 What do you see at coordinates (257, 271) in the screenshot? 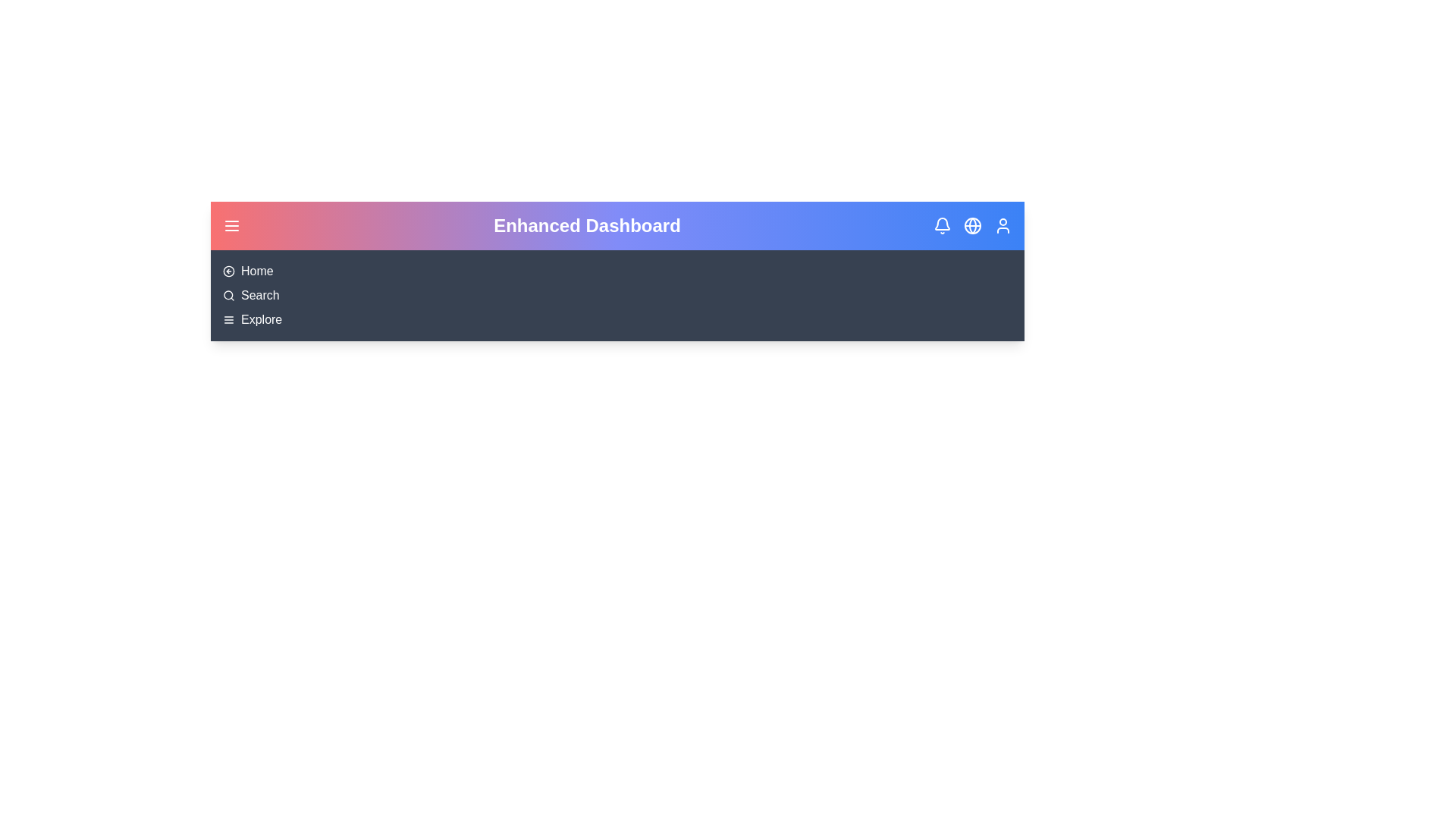
I see `the 'Home' navigation item in the navigation menu` at bounding box center [257, 271].